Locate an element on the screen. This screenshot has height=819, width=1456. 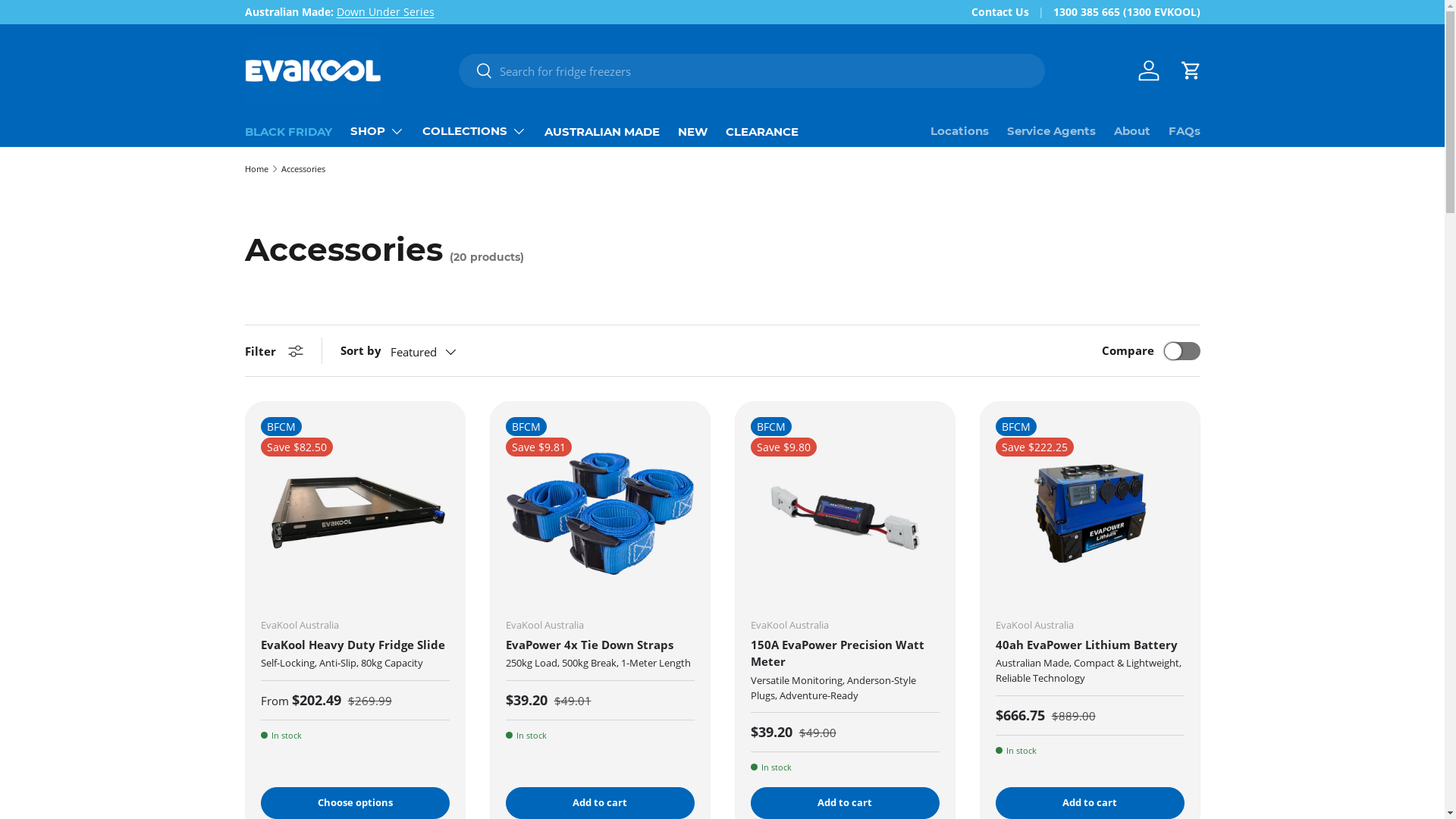
'Log in' is located at coordinates (1147, 70).